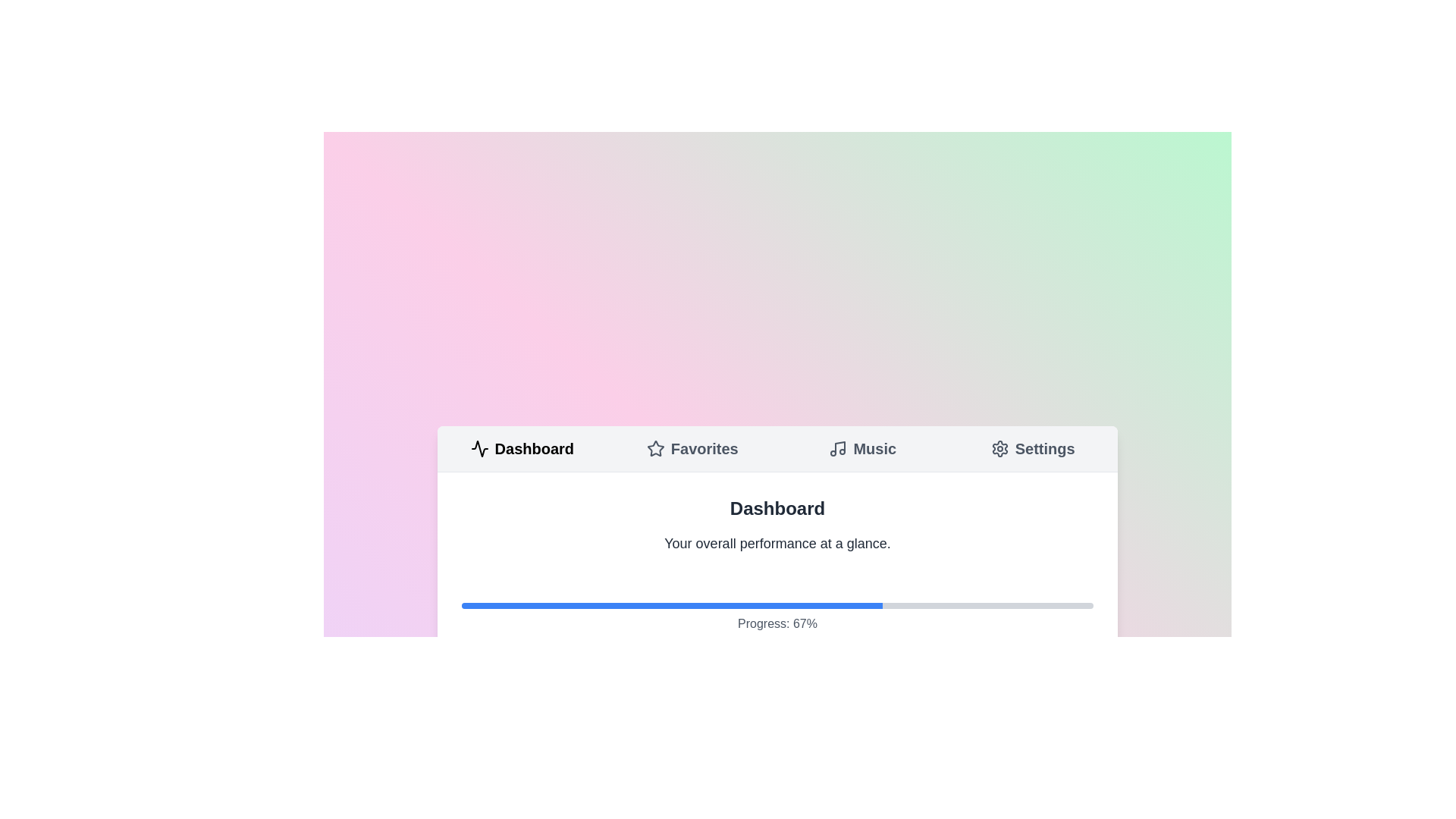 The width and height of the screenshot is (1456, 819). Describe the element at coordinates (862, 447) in the screenshot. I see `the tab labeled Music` at that location.